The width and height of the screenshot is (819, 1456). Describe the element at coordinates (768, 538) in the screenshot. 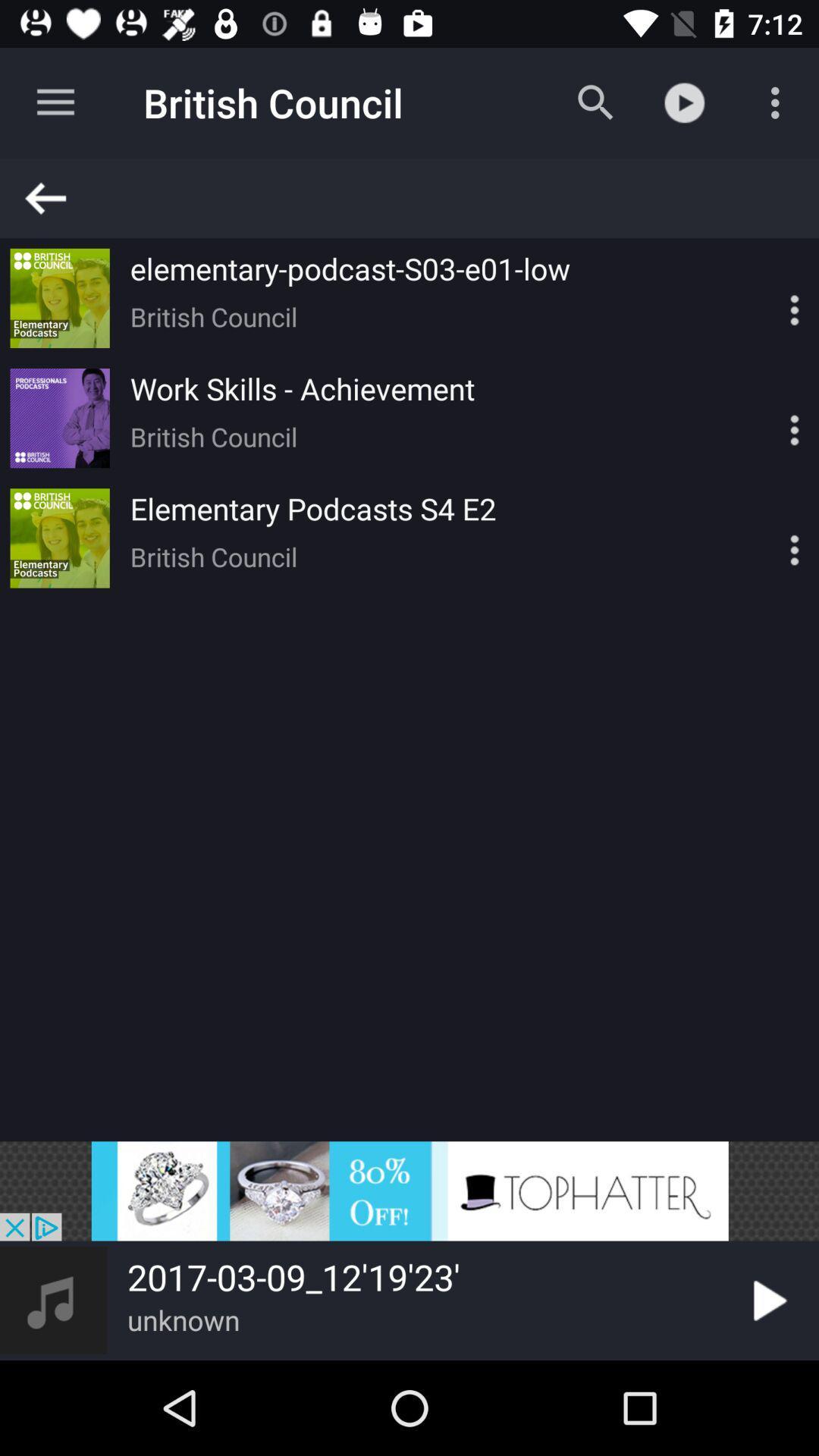

I see `menu icon` at that location.